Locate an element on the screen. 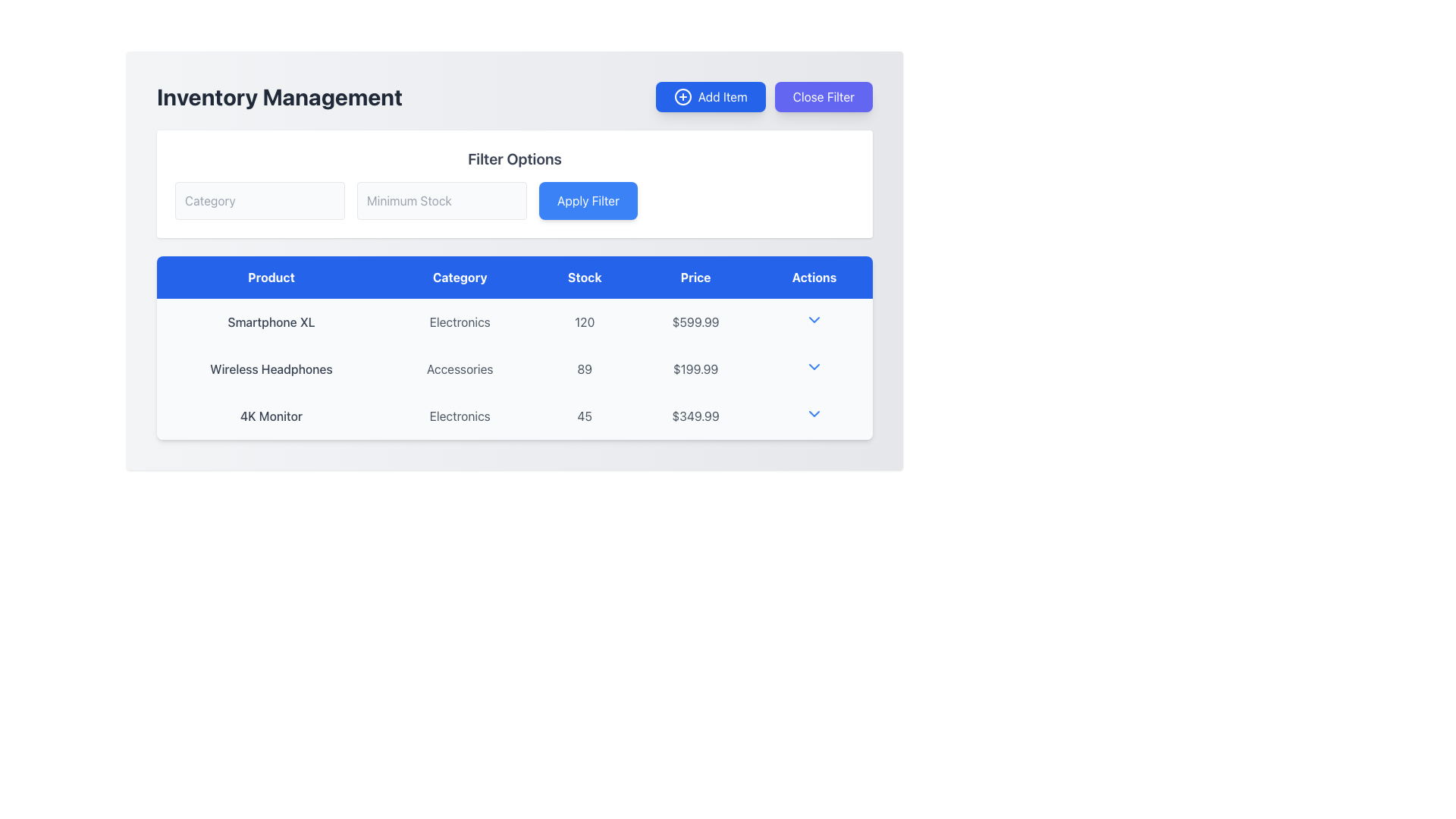 Image resolution: width=1456 pixels, height=819 pixels. text displaying the value '120' in the 'Stock' column of the 'Inventory Management' section, which represents the product 'Smartphone XL' is located at coordinates (584, 321).